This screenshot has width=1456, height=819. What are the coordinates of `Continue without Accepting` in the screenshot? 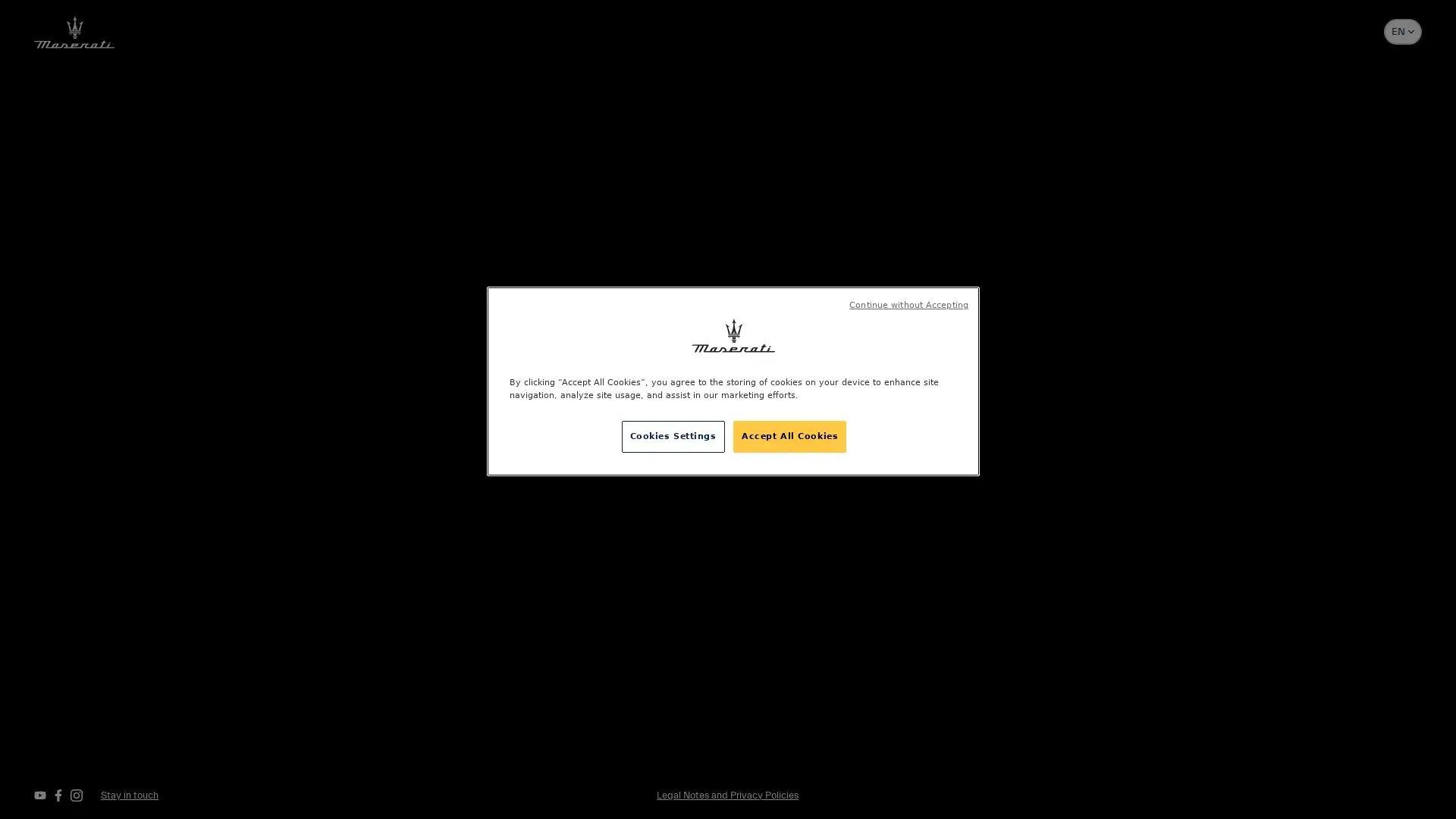 It's located at (908, 305).